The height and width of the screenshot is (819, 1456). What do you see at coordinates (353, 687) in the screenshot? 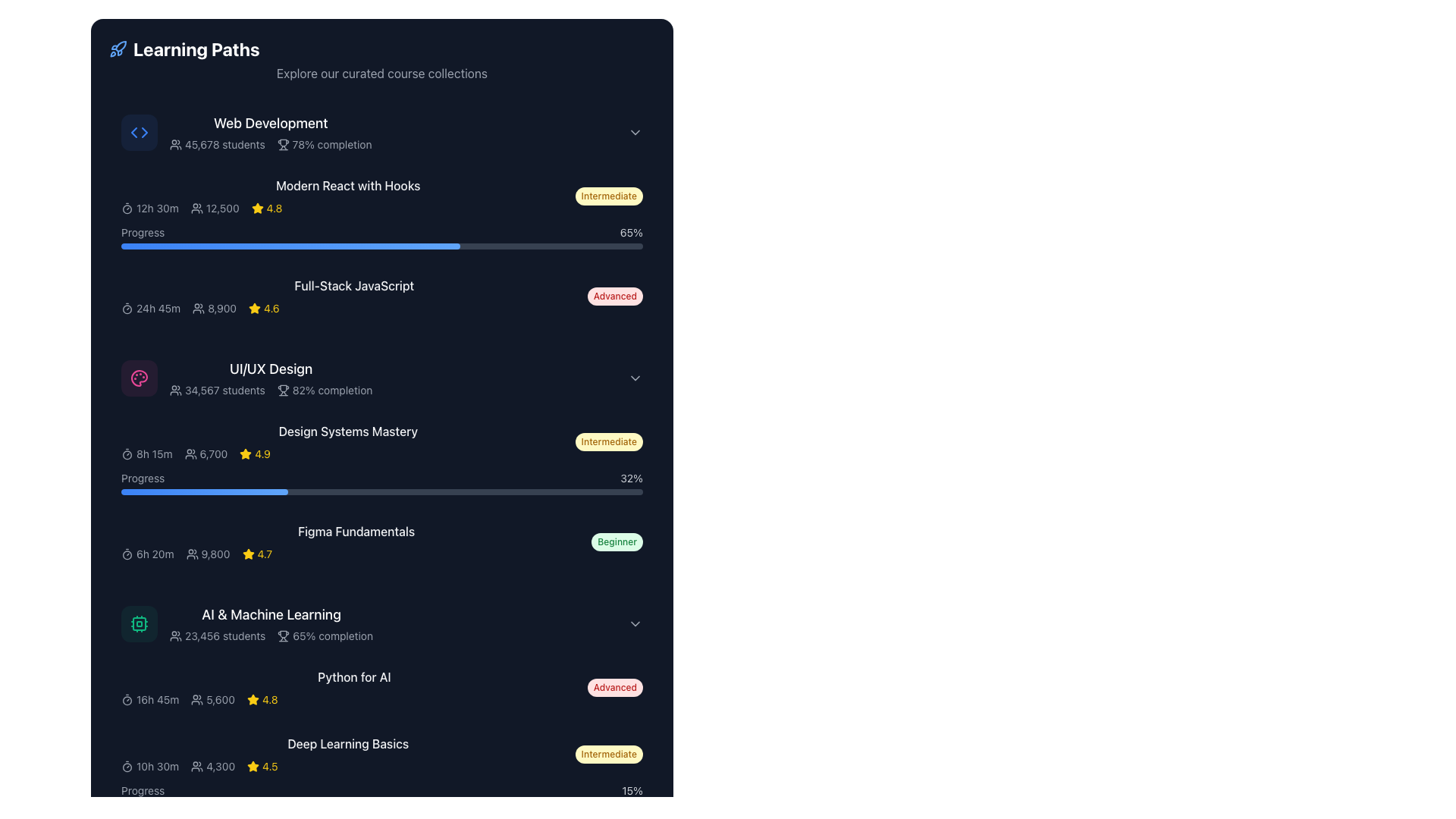
I see `text label that displays 'Python for AI', which is located in the lower-middle portion of the 'AI & Machine Learning' section, above the details like duration and user count` at bounding box center [353, 687].